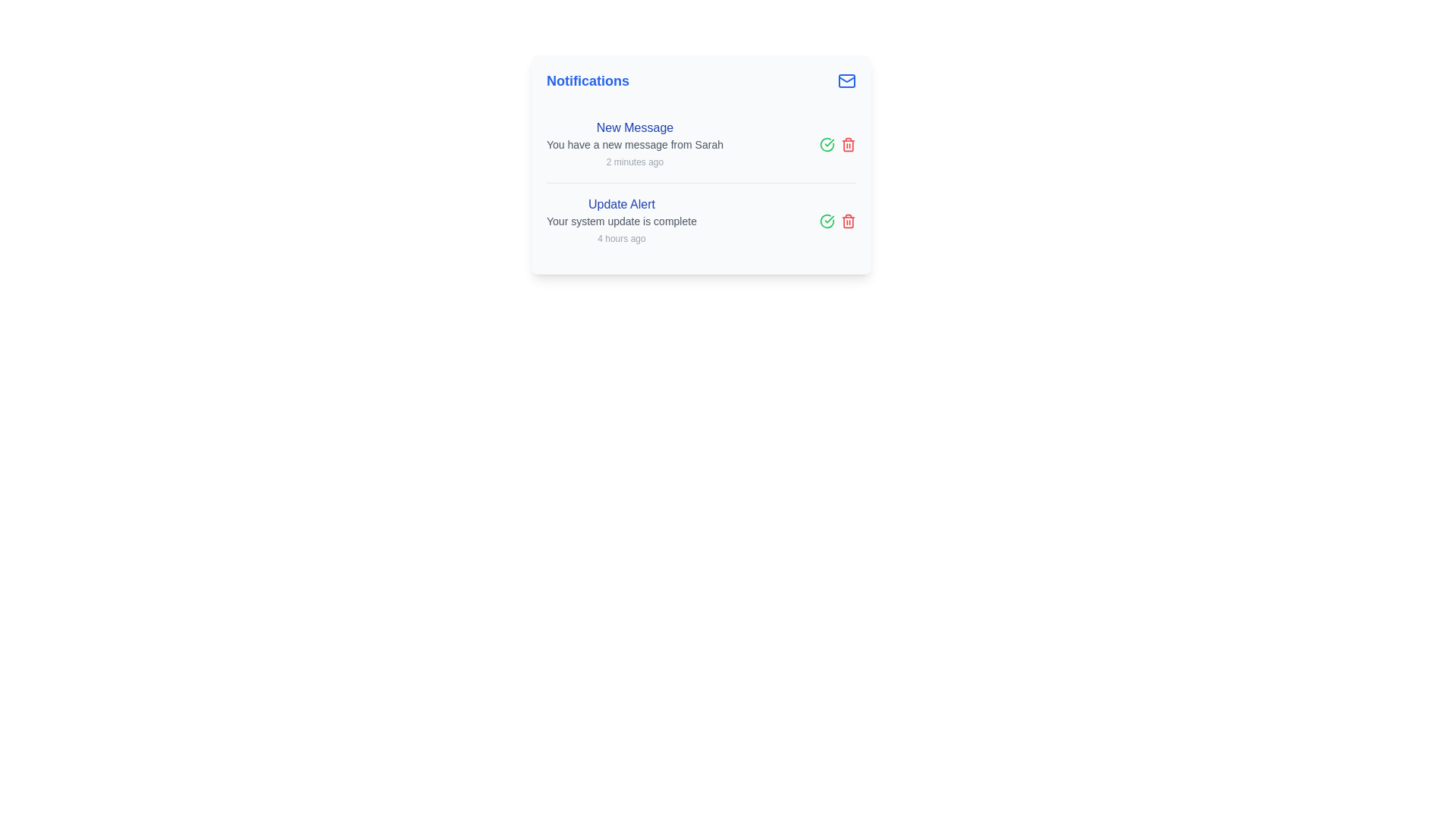 This screenshot has width=1456, height=819. Describe the element at coordinates (846, 81) in the screenshot. I see `the rectangular SVG shape representing the envelope of a mail icon located in the top-right corner of the notification card` at that location.